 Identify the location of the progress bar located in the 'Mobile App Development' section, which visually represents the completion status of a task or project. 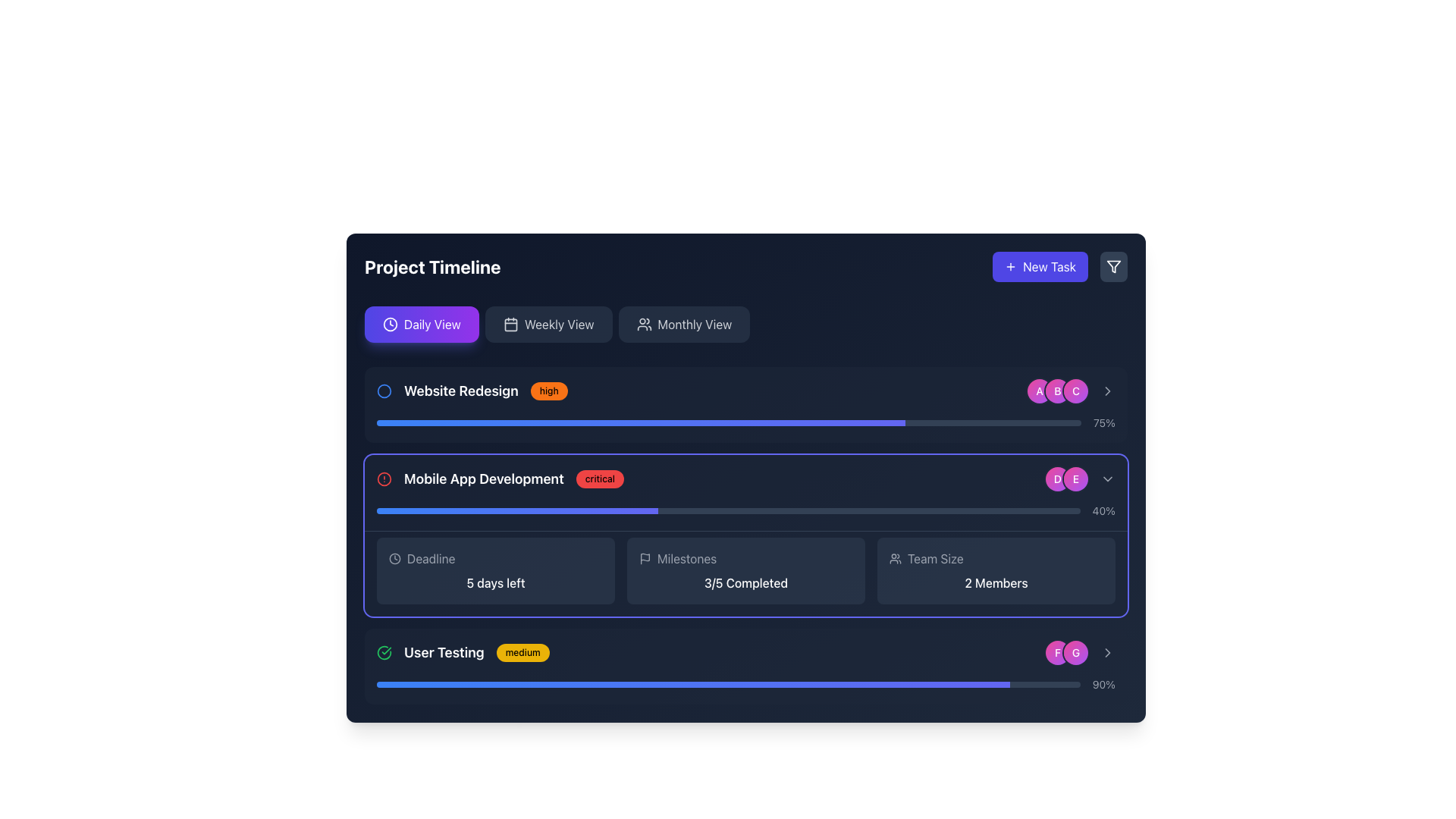
(728, 511).